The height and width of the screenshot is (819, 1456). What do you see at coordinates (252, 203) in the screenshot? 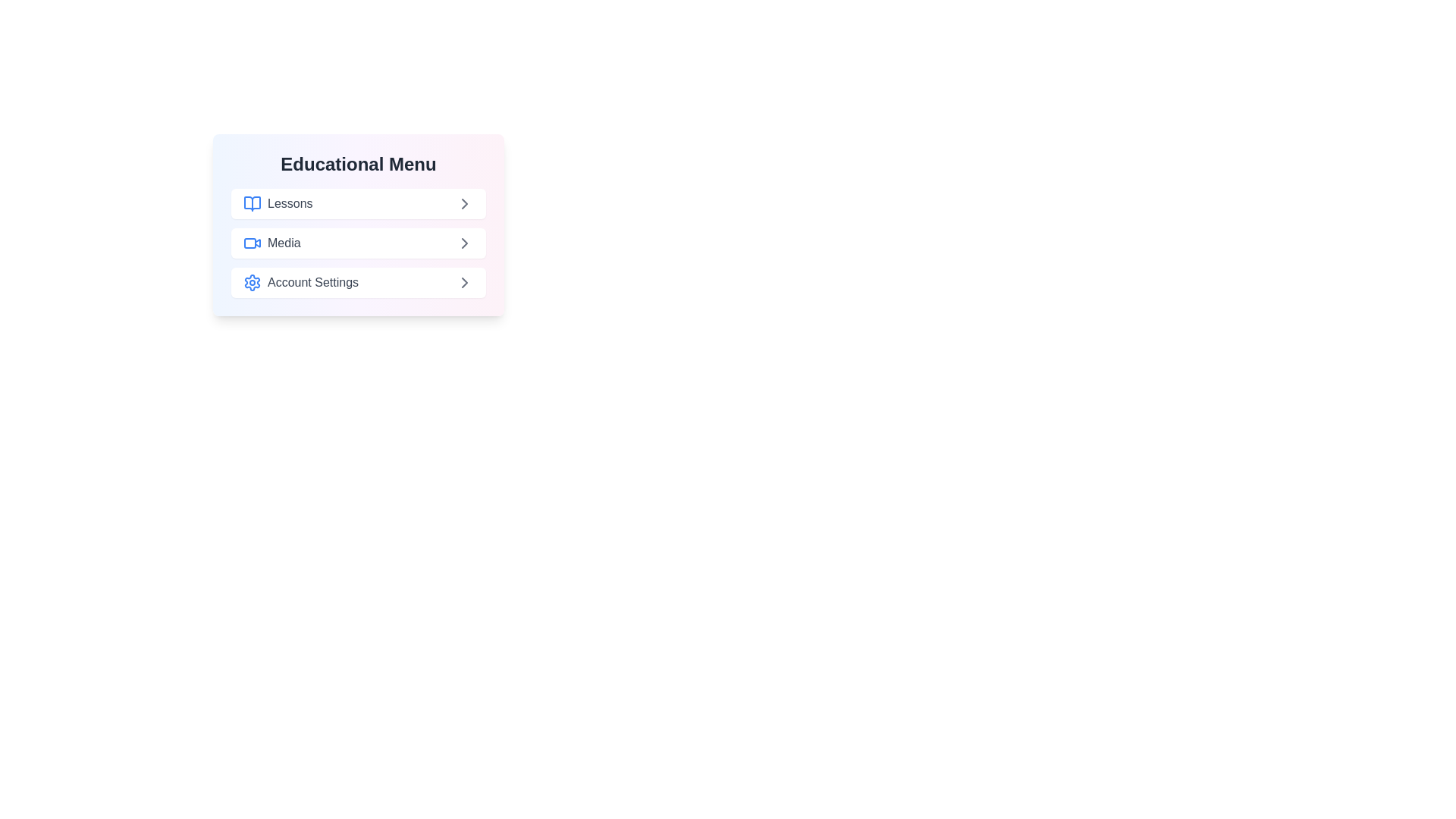
I see `the distinctive blue-colored icon resembling an open book, located prominently to the left of the 'Lessons' text in the Educational Menu` at bounding box center [252, 203].